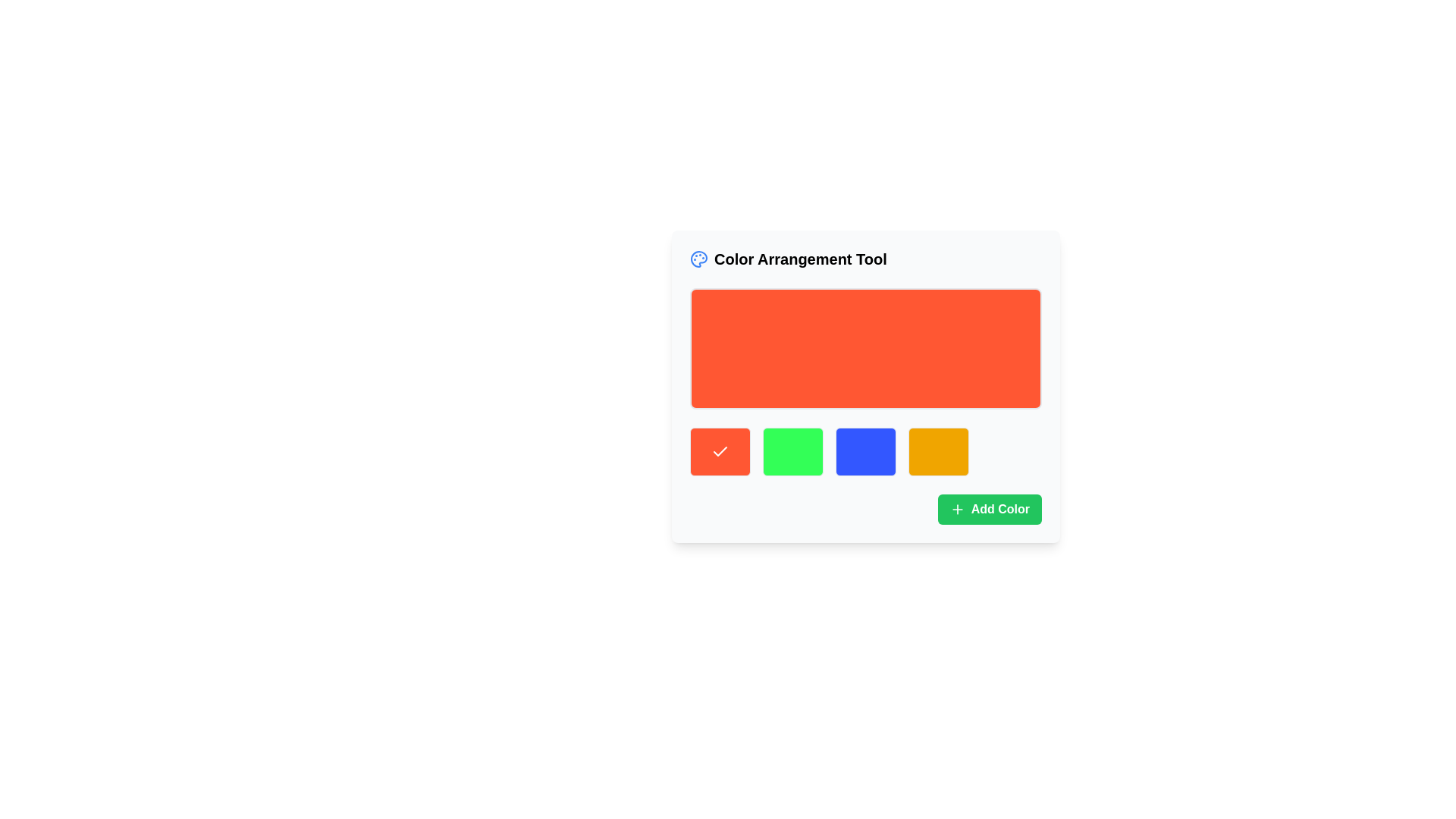  Describe the element at coordinates (866, 259) in the screenshot. I see `the header indicating 'Color Arrangement Tool', which is located at the top of the white panel and aligned to the left of the 'Add Color' button` at that location.